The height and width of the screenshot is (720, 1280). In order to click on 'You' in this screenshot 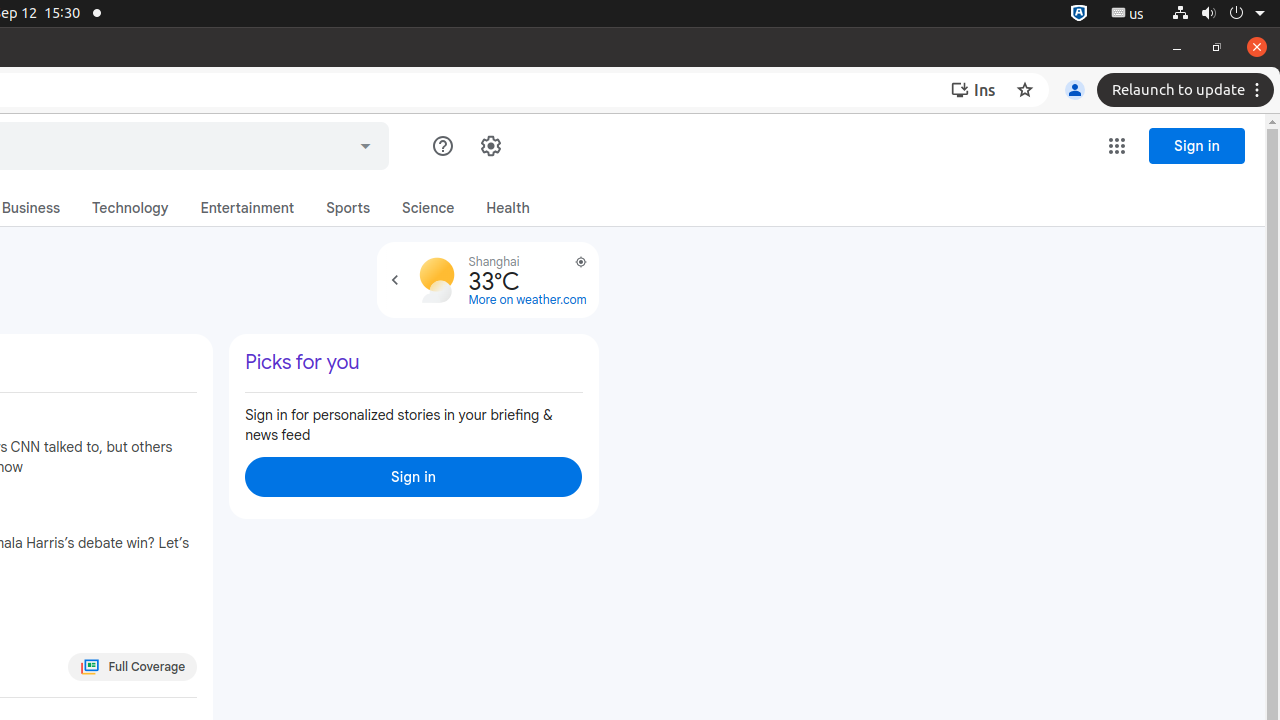, I will do `click(1073, 90)`.